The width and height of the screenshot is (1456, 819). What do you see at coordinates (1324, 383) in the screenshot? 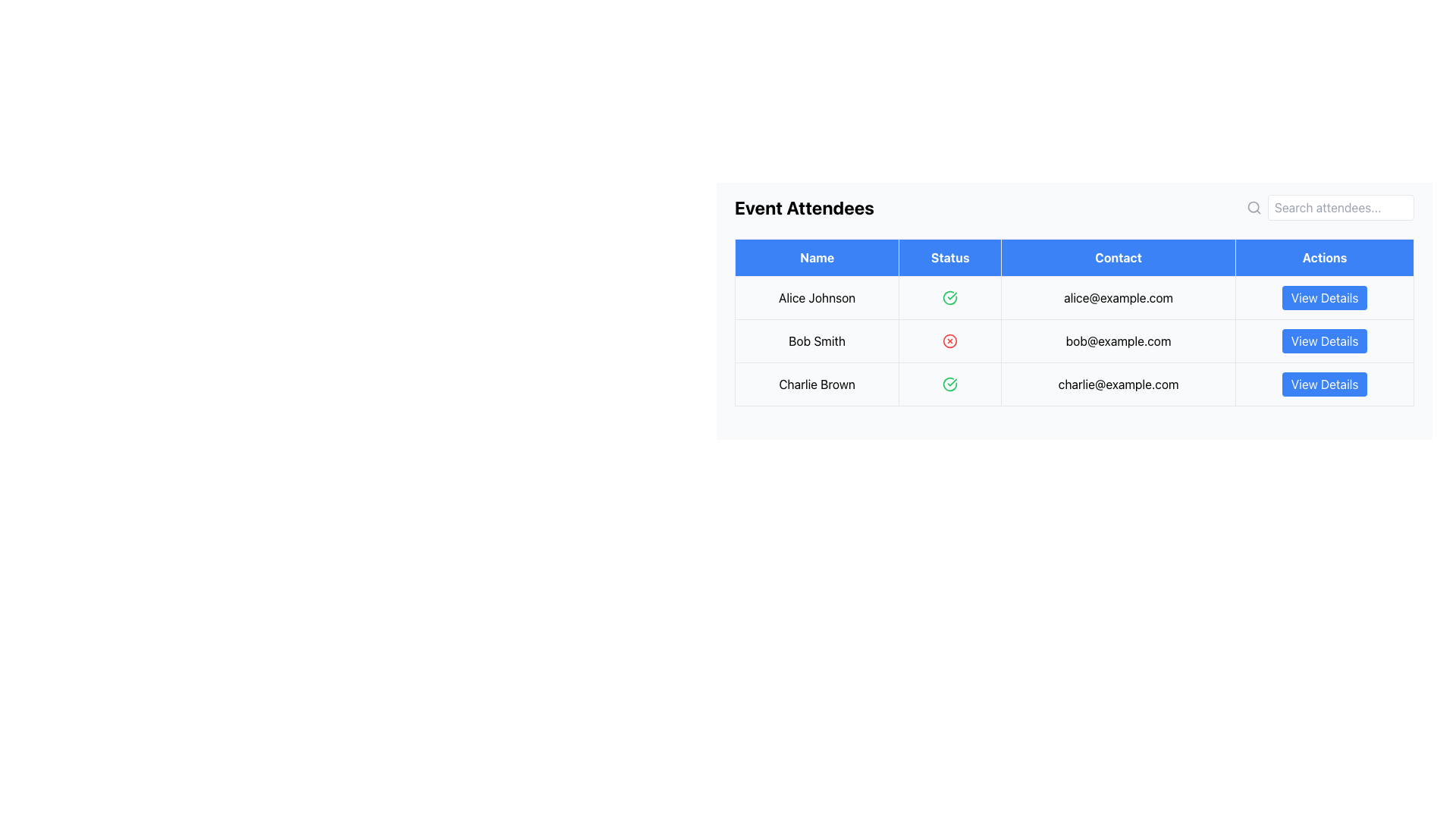
I see `the button in the 'Actions' column of the table` at bounding box center [1324, 383].